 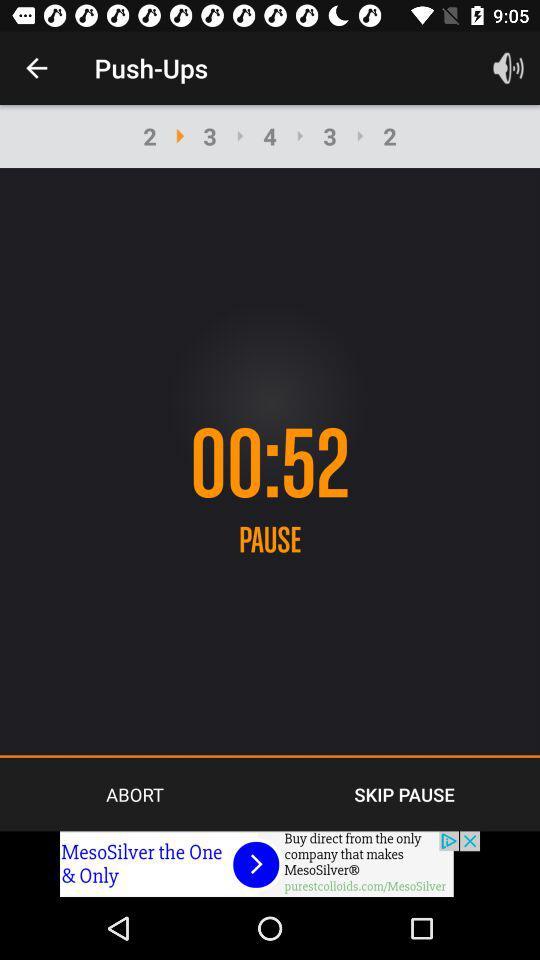 I want to click on the sound icon, so click(x=508, y=68).